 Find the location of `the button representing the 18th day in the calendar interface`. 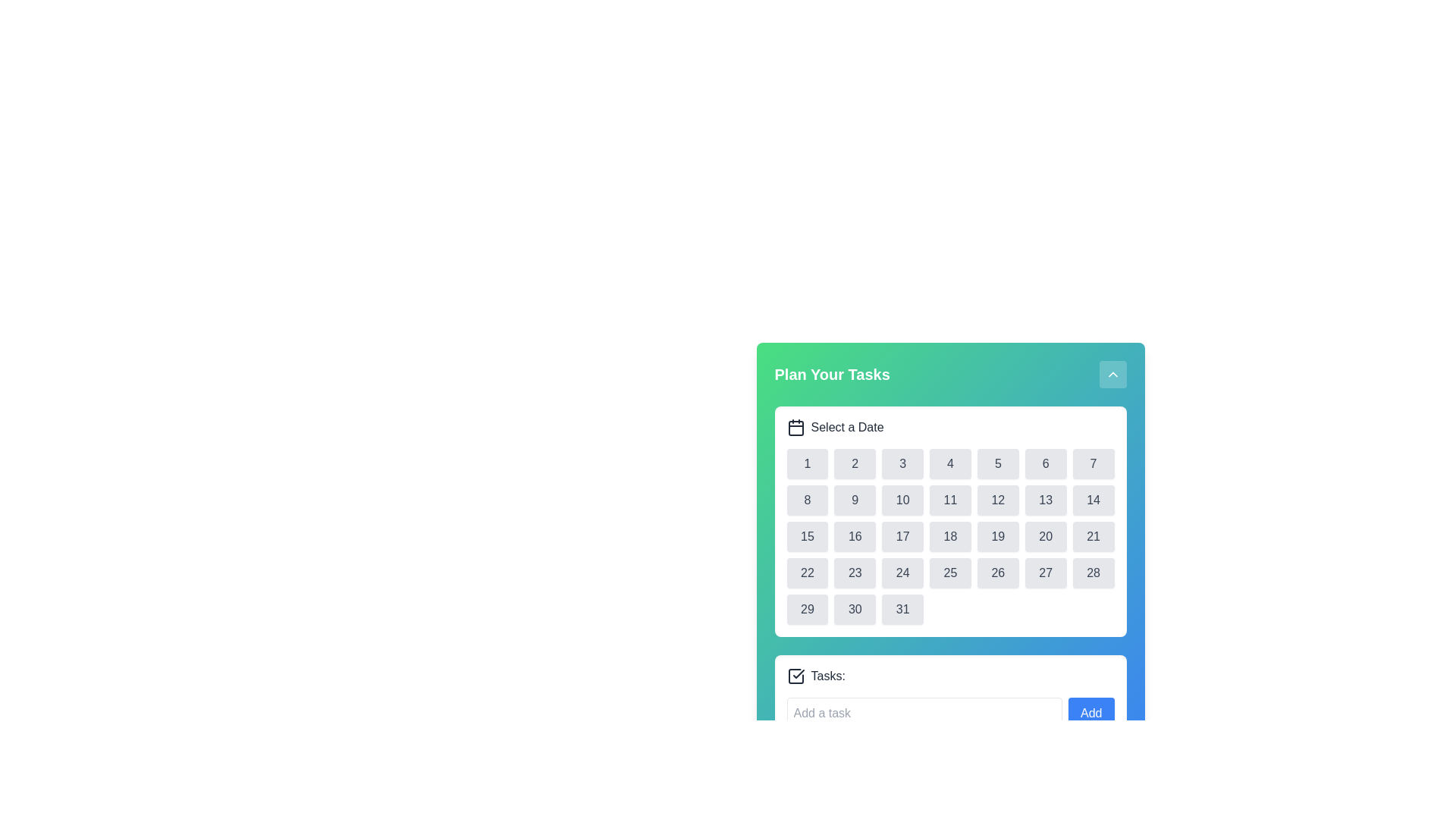

the button representing the 18th day in the calendar interface is located at coordinates (949, 536).